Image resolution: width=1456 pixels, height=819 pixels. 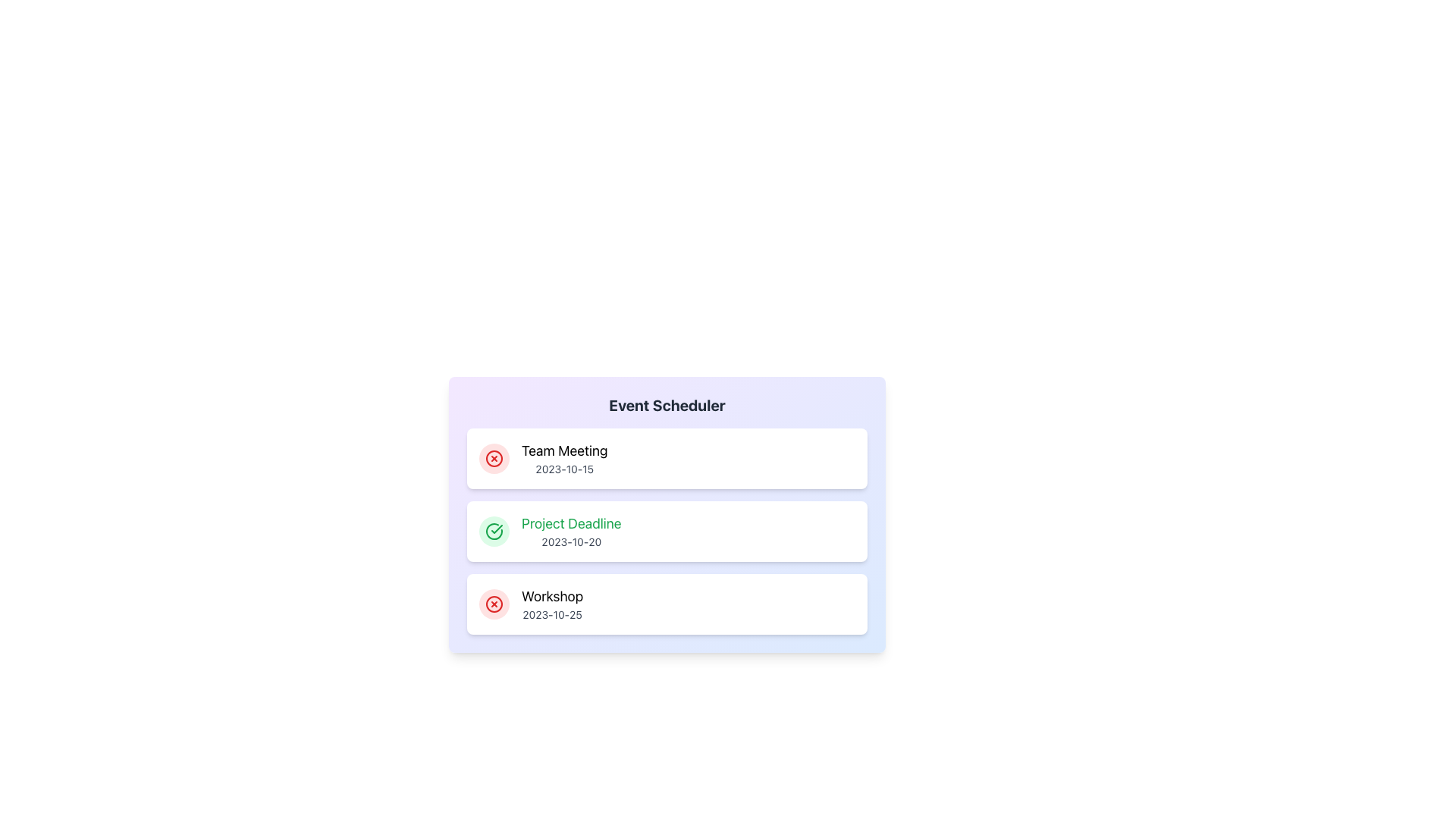 I want to click on the circular red icon with a red 'X' symbol, located at the left side of the 'Team Meeting' event card, so click(x=494, y=458).